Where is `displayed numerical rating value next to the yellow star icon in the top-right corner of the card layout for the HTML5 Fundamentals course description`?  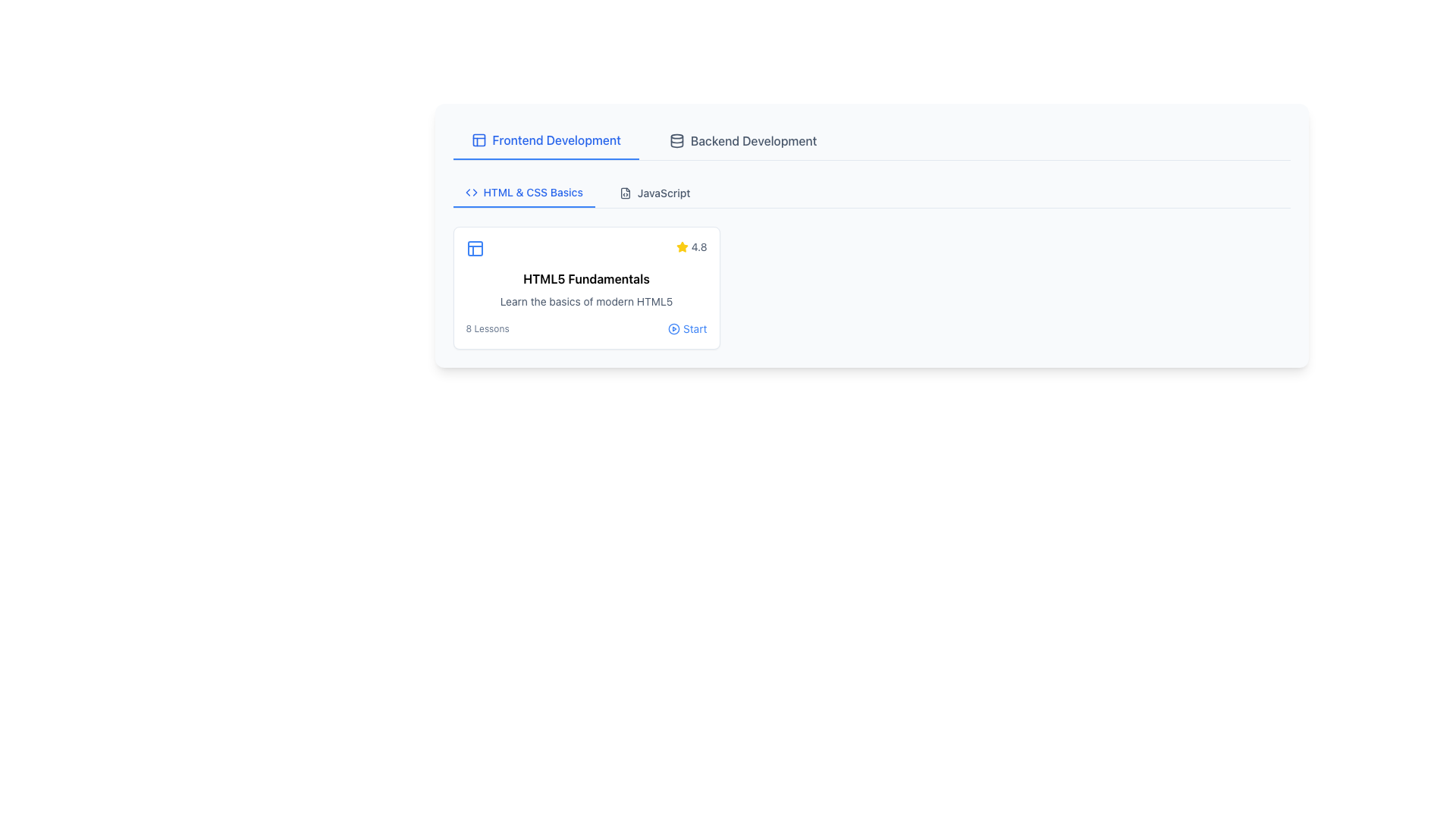
displayed numerical rating value next to the yellow star icon in the top-right corner of the card layout for the HTML5 Fundamentals course description is located at coordinates (698, 246).